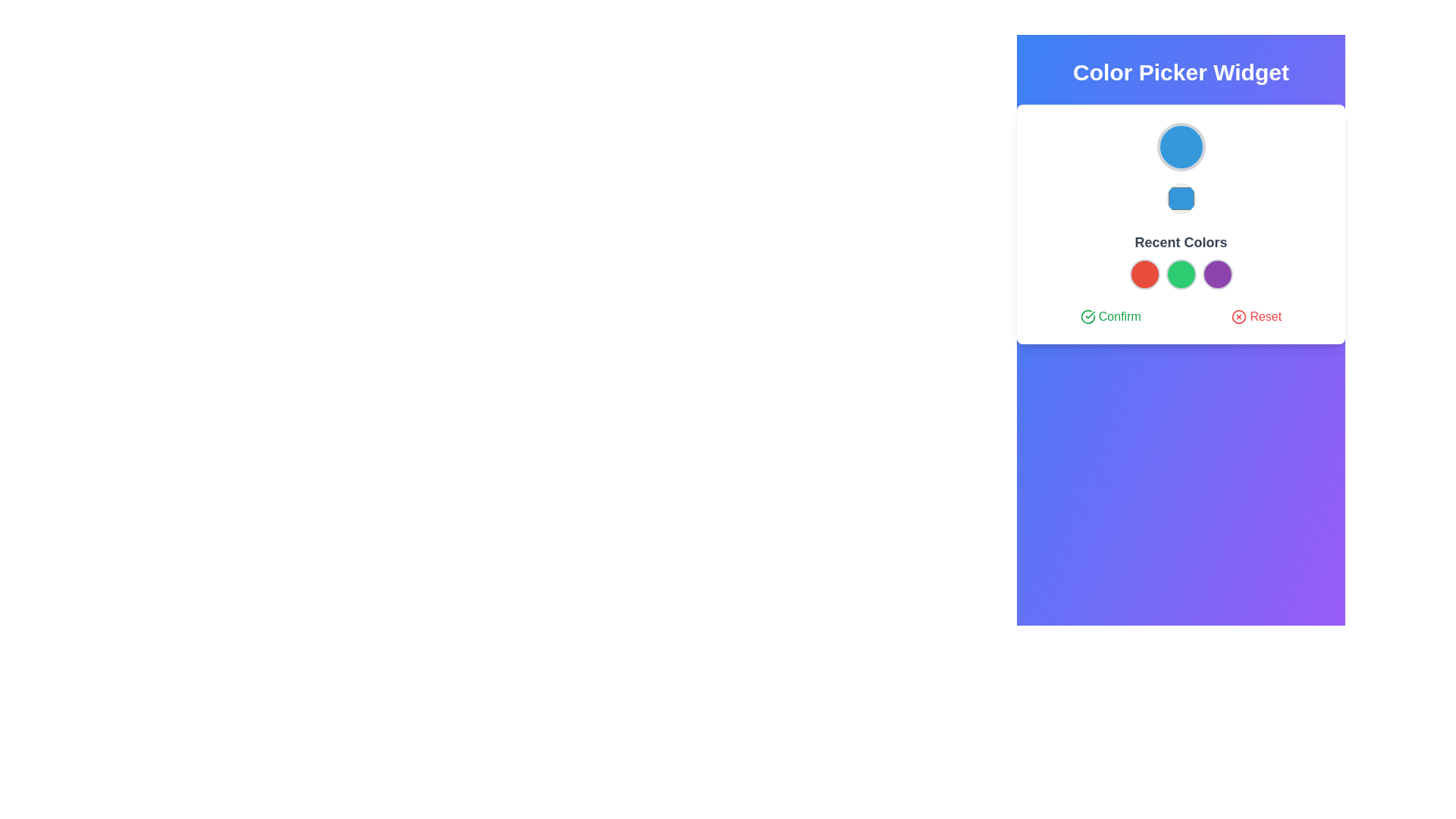 The width and height of the screenshot is (1456, 819). Describe the element at coordinates (1257, 315) in the screenshot. I see `the 'Reset' button located in the bottom-right corner of the 'Color Picker Widget' panel, featuring a red circular icon with an 'X' symbol next to the text` at that location.